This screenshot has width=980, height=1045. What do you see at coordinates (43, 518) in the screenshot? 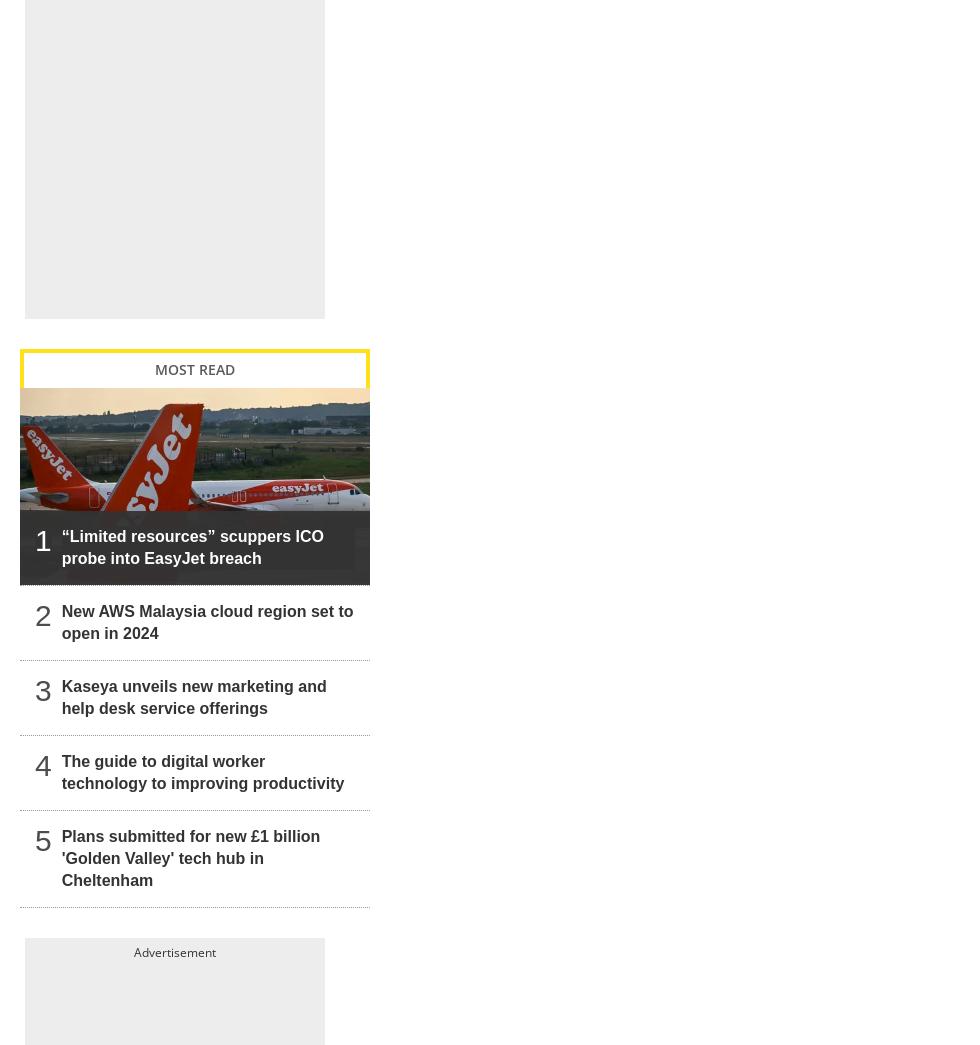
I see `'1'` at bounding box center [43, 518].